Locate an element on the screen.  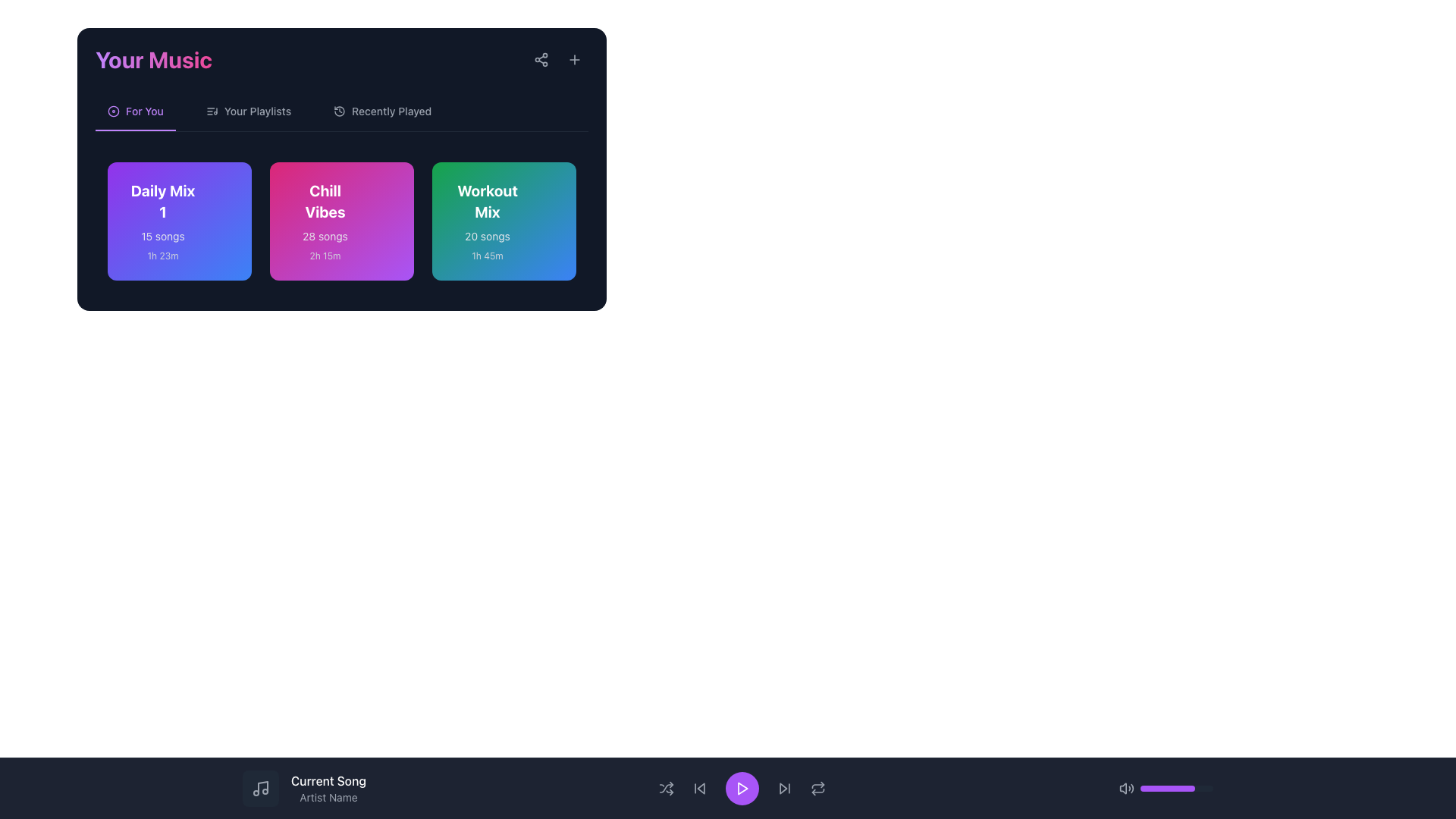
the 'Workout Mix' playlist card is located at coordinates (488, 221).